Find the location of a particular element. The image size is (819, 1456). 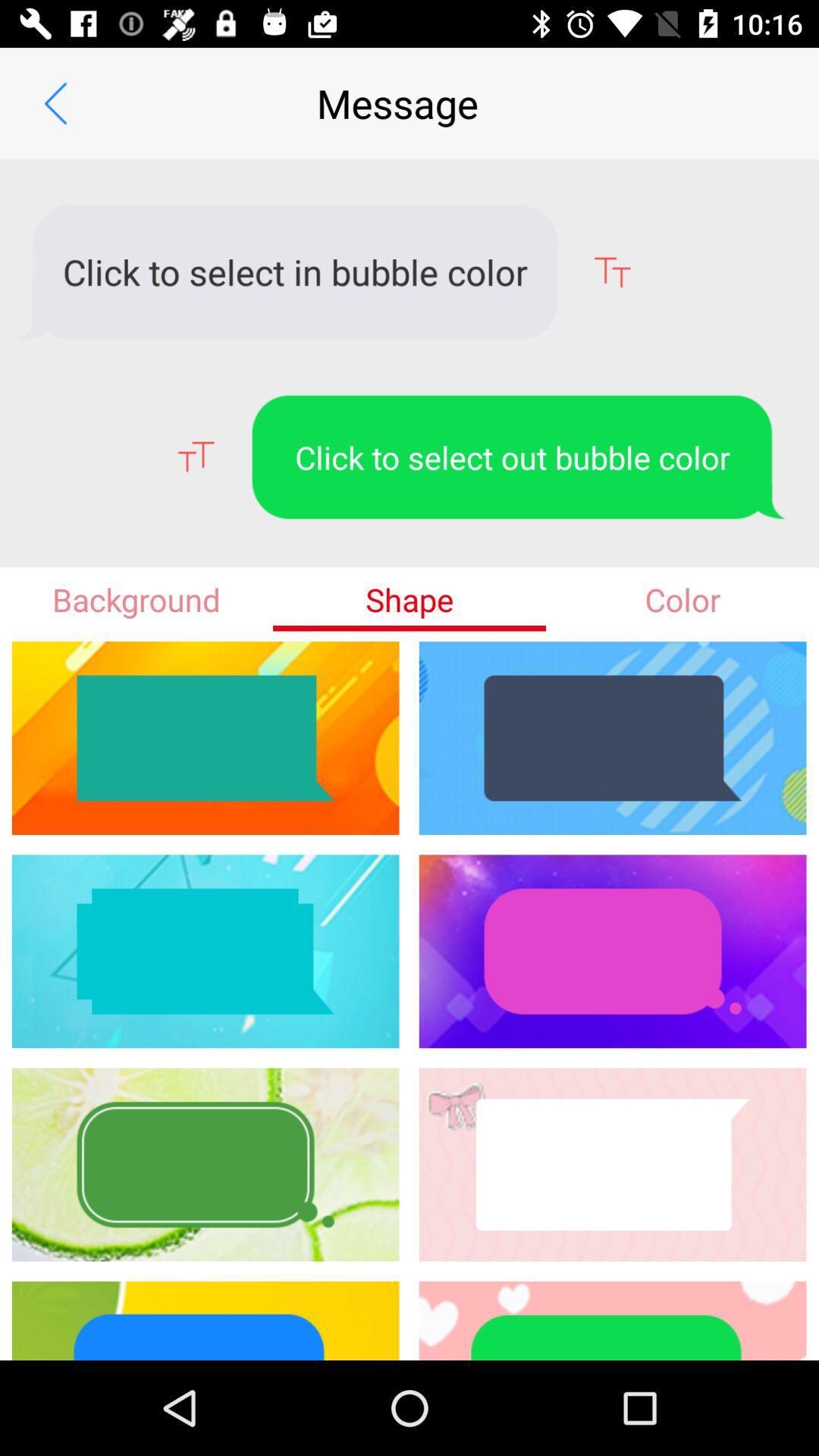

the background icon is located at coordinates (136, 598).